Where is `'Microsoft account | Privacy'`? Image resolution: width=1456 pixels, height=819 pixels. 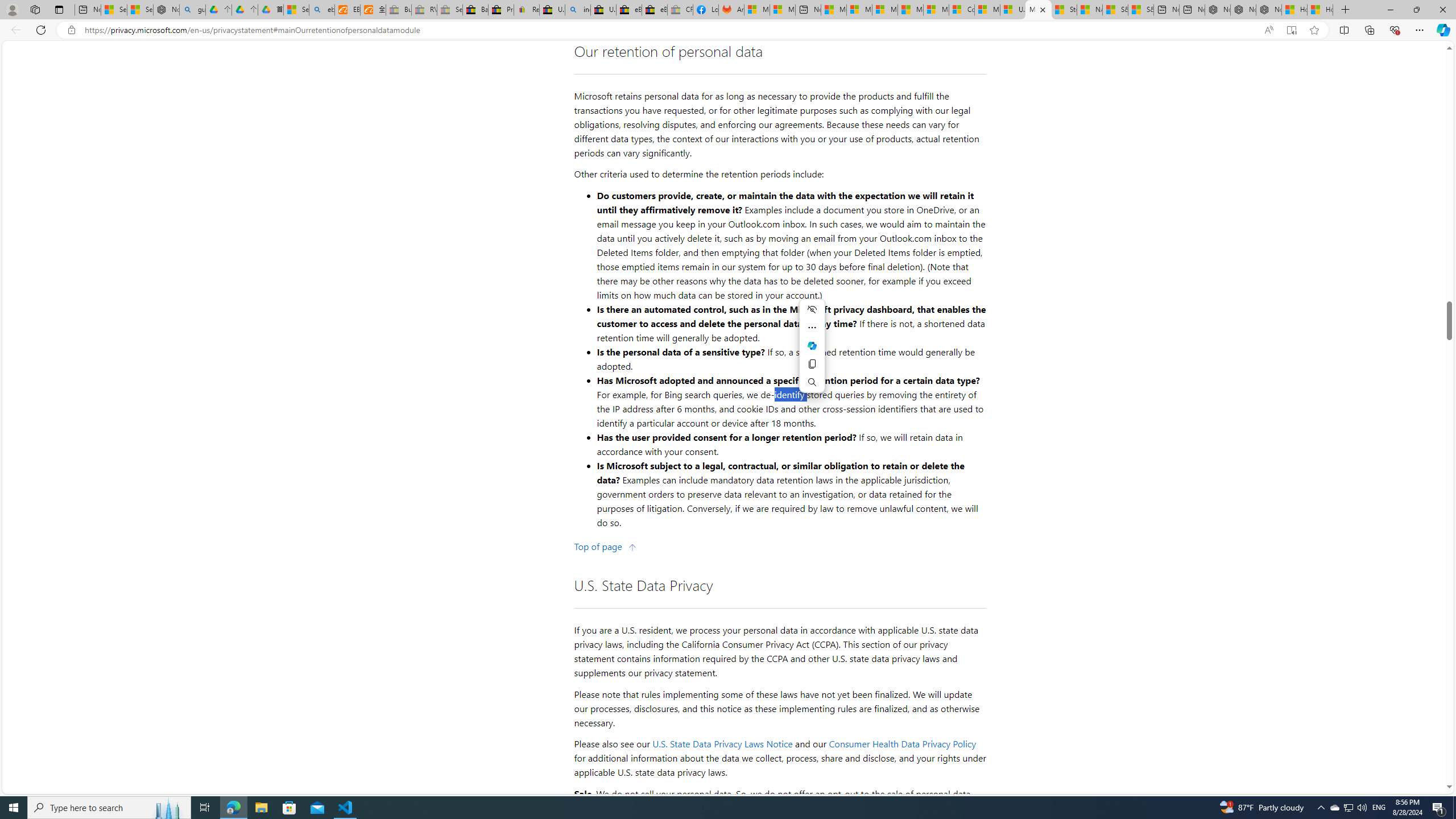 'Microsoft account | Privacy' is located at coordinates (858, 9).